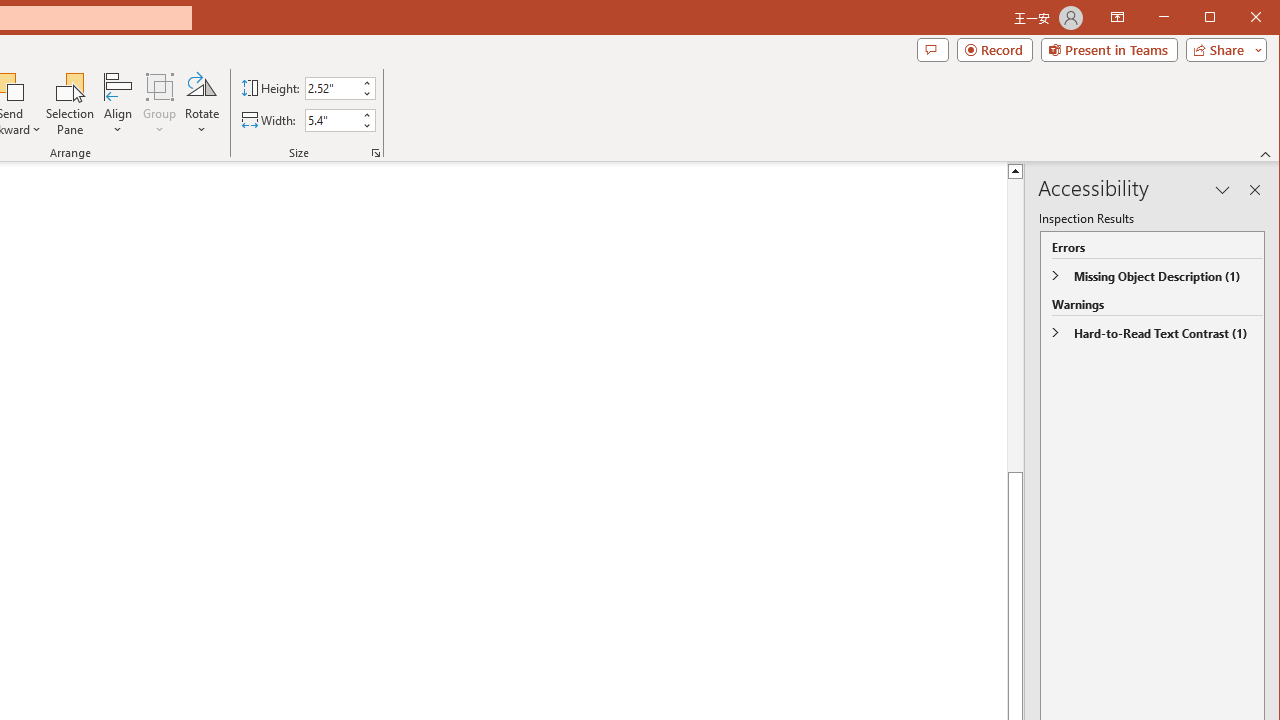 This screenshot has width=1280, height=720. Describe the element at coordinates (1116, 18) in the screenshot. I see `'Ribbon Display Options'` at that location.